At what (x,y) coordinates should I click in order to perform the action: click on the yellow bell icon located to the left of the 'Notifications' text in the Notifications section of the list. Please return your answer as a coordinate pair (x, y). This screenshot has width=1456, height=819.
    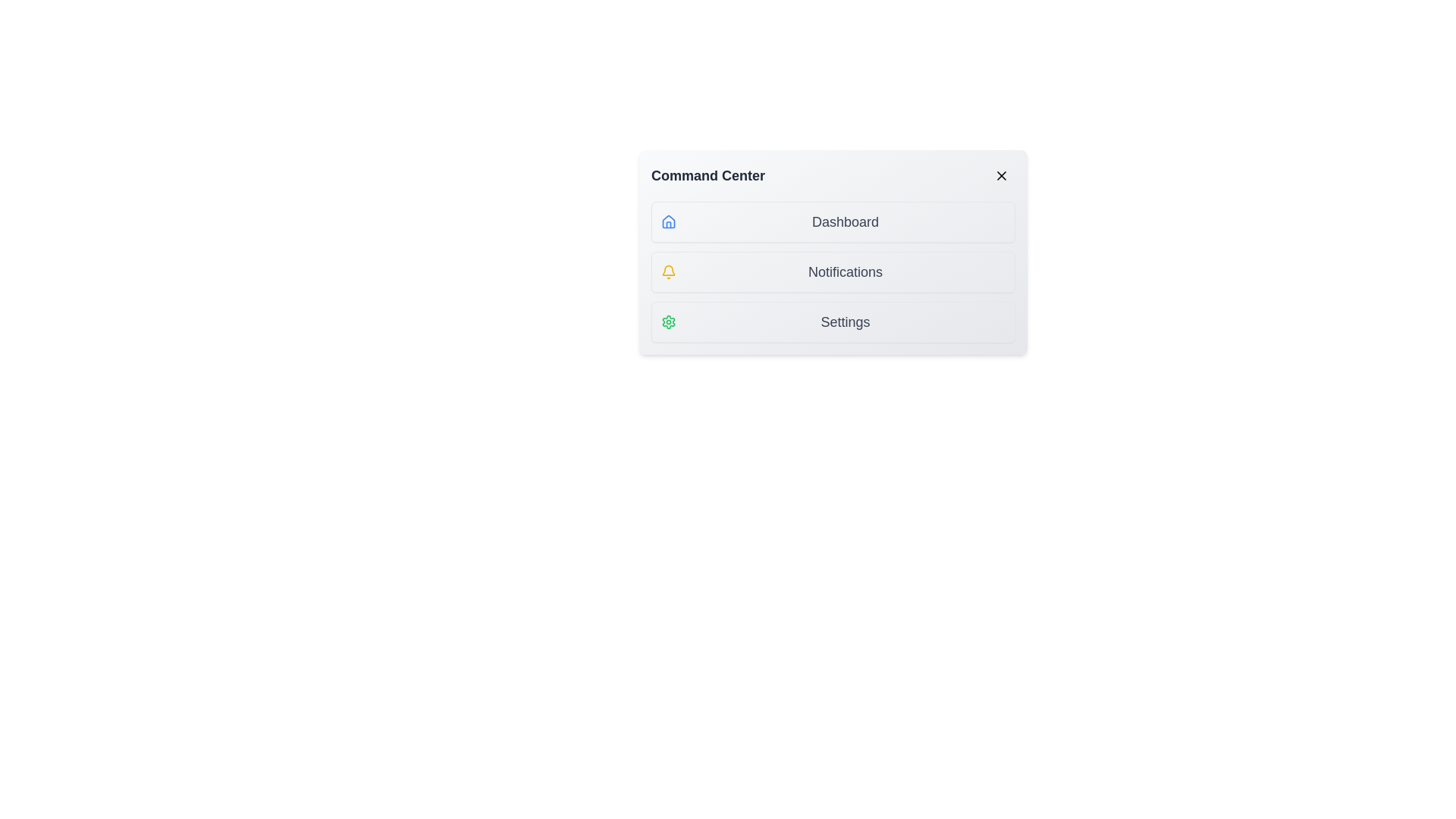
    Looking at the image, I should click on (668, 271).